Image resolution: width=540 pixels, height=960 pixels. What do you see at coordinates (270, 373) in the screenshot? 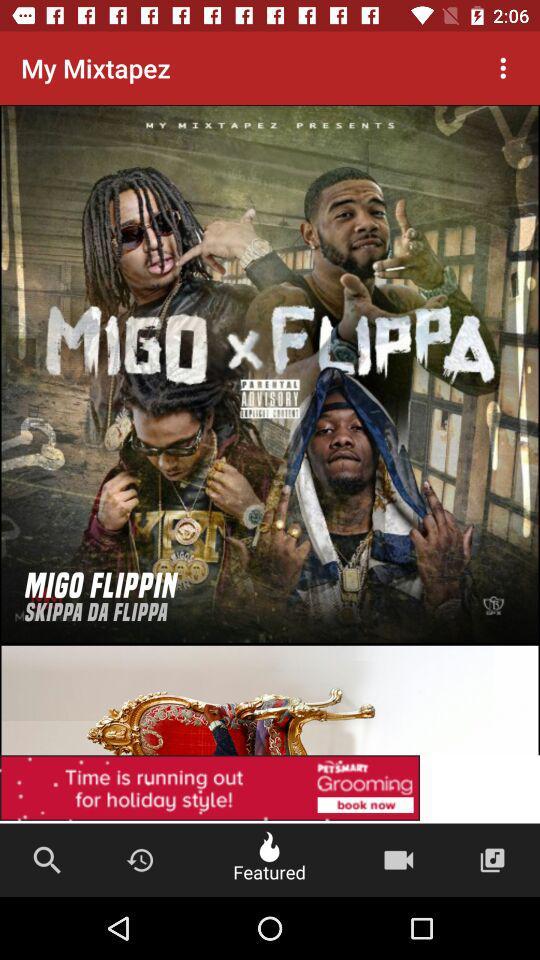
I see `hit to see album details` at bounding box center [270, 373].